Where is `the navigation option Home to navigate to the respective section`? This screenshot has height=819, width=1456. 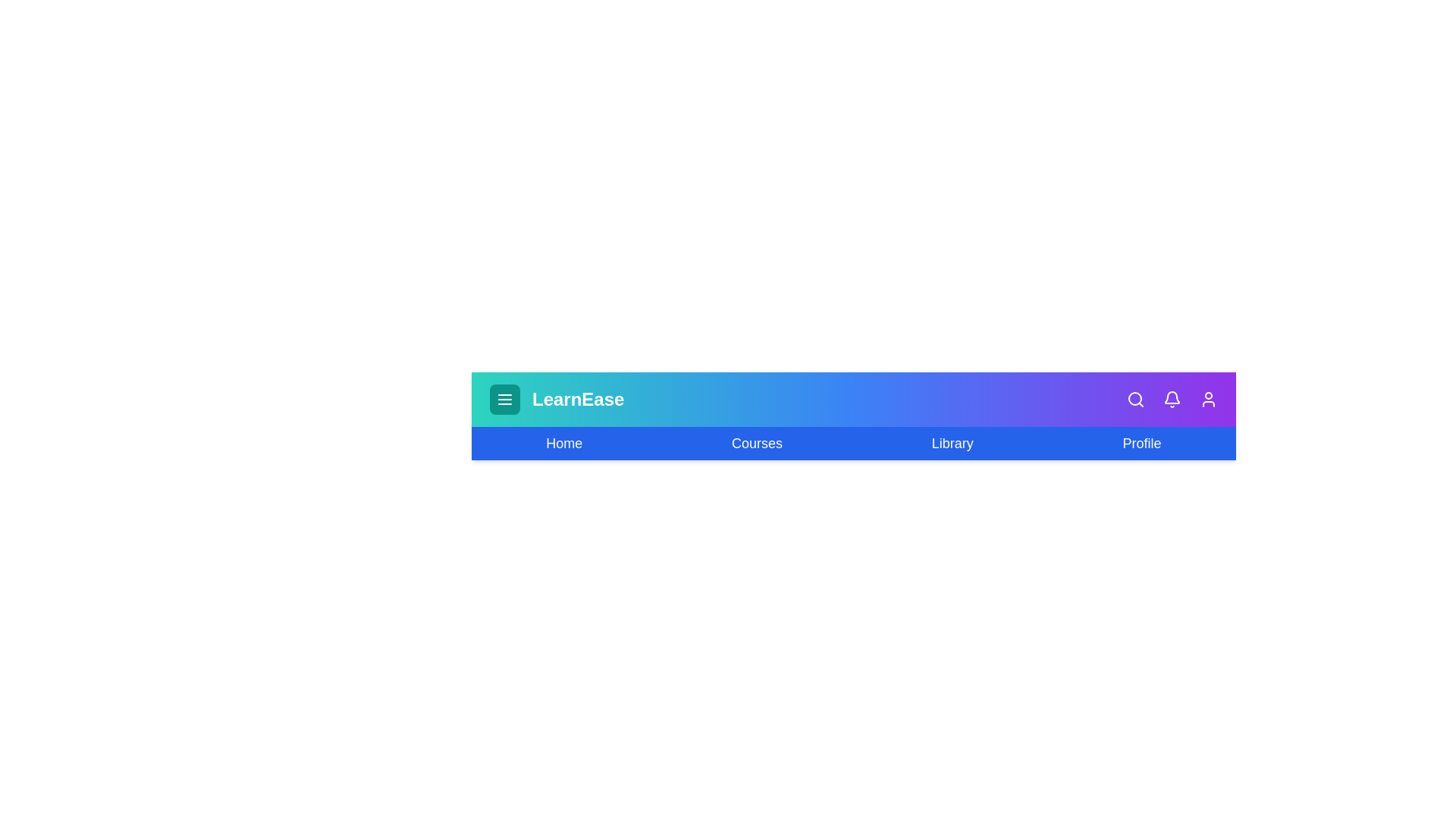
the navigation option Home to navigate to the respective section is located at coordinates (563, 444).